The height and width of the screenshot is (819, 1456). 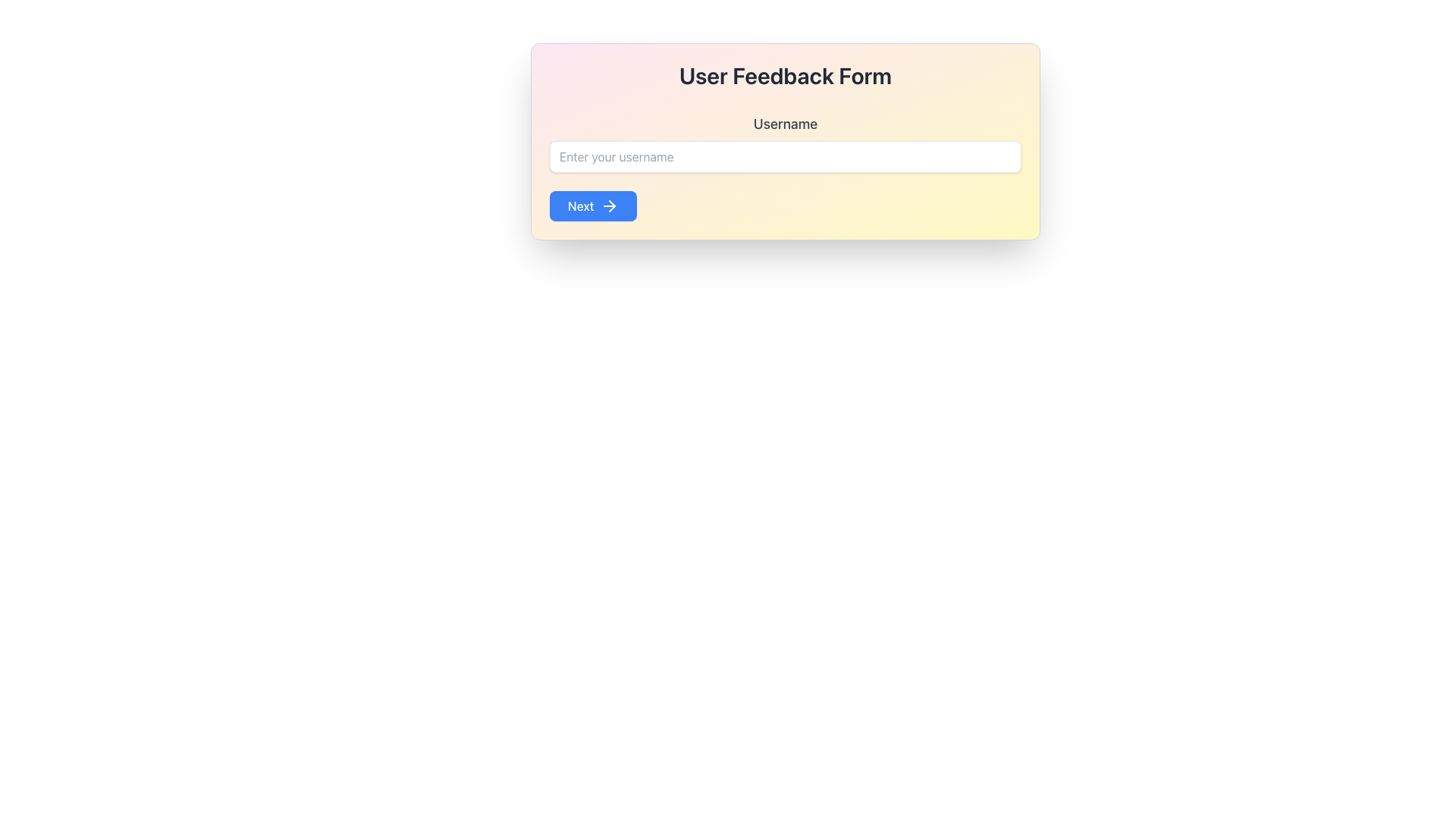 What do you see at coordinates (786, 124) in the screenshot?
I see `the 'Username' label, which is displayed in bold, medium-sized dark gray font at the top-center of the user feedback form` at bounding box center [786, 124].